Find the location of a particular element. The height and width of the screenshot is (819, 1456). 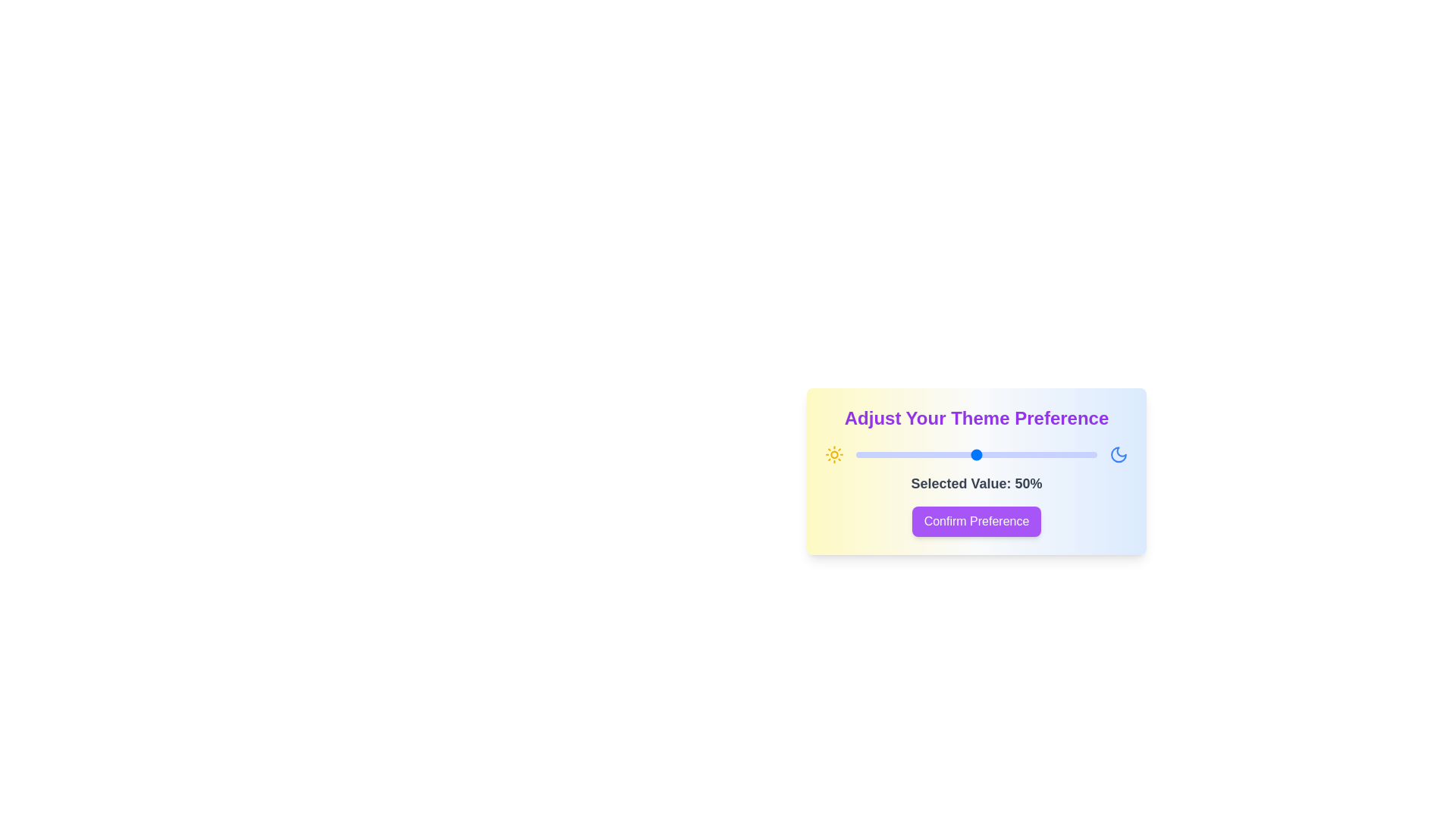

the slider that is part of the 'Adjust Your Theme Preference' card, which includes a sun icon on the left and a moon icon on the right, currently positioned at the midpoint indicating 50% is located at coordinates (976, 454).